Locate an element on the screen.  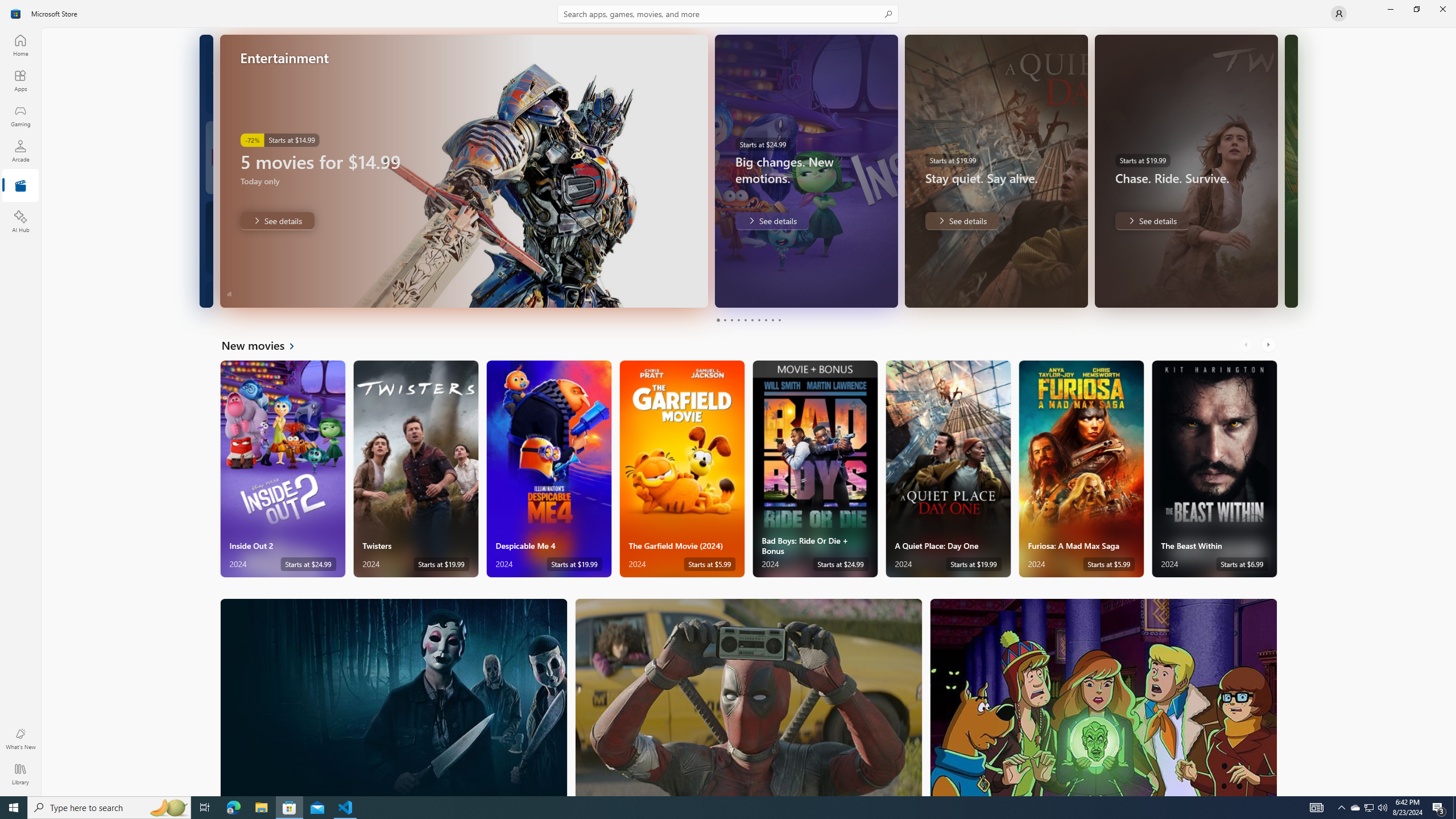
'Bad Boys: Ride Or Die + Bonus. Starts at $24.99  ' is located at coordinates (814, 469).